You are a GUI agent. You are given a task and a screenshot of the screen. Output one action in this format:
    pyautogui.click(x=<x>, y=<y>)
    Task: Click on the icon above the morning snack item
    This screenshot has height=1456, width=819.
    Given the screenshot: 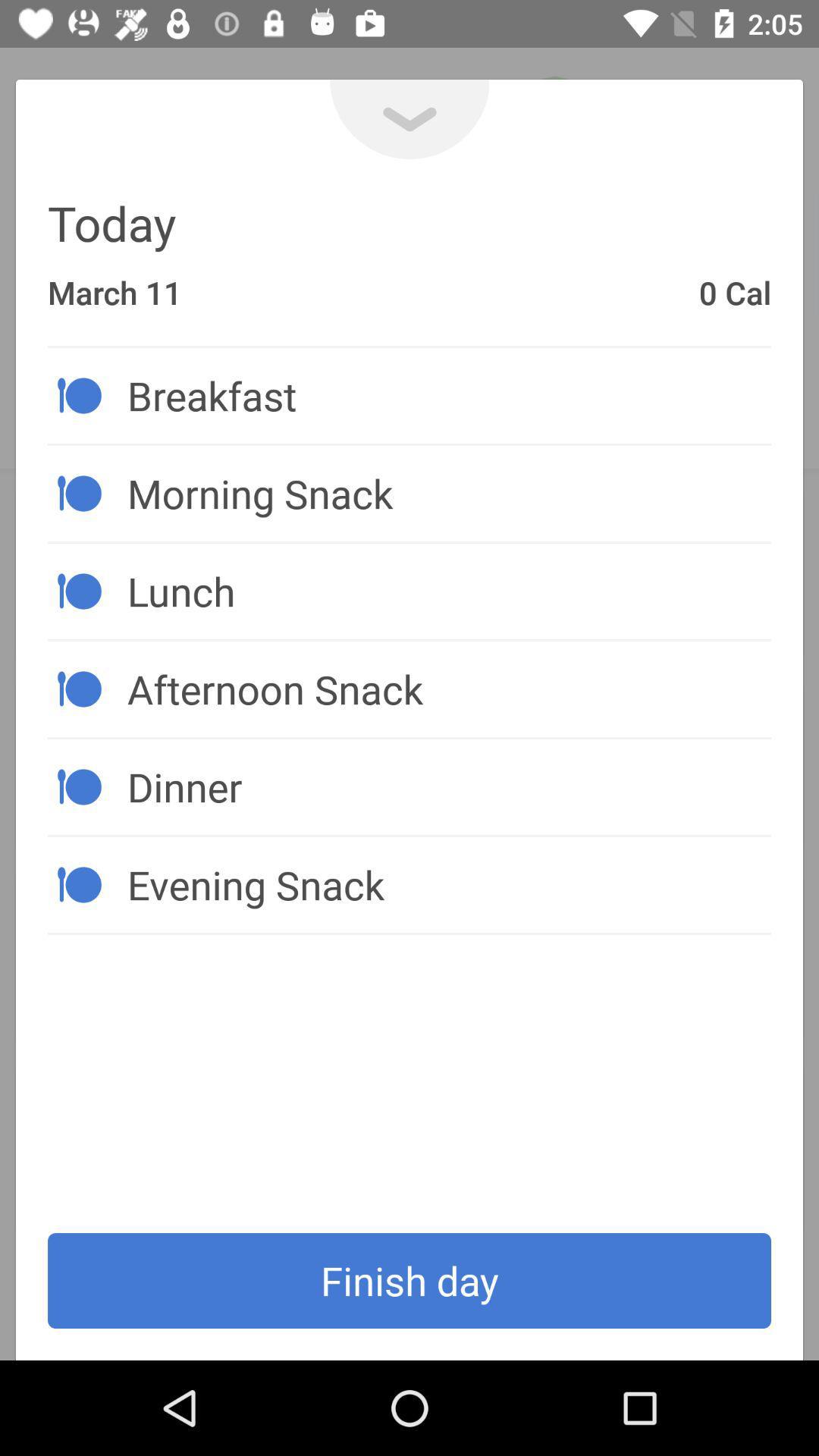 What is the action you would take?
    pyautogui.click(x=448, y=395)
    